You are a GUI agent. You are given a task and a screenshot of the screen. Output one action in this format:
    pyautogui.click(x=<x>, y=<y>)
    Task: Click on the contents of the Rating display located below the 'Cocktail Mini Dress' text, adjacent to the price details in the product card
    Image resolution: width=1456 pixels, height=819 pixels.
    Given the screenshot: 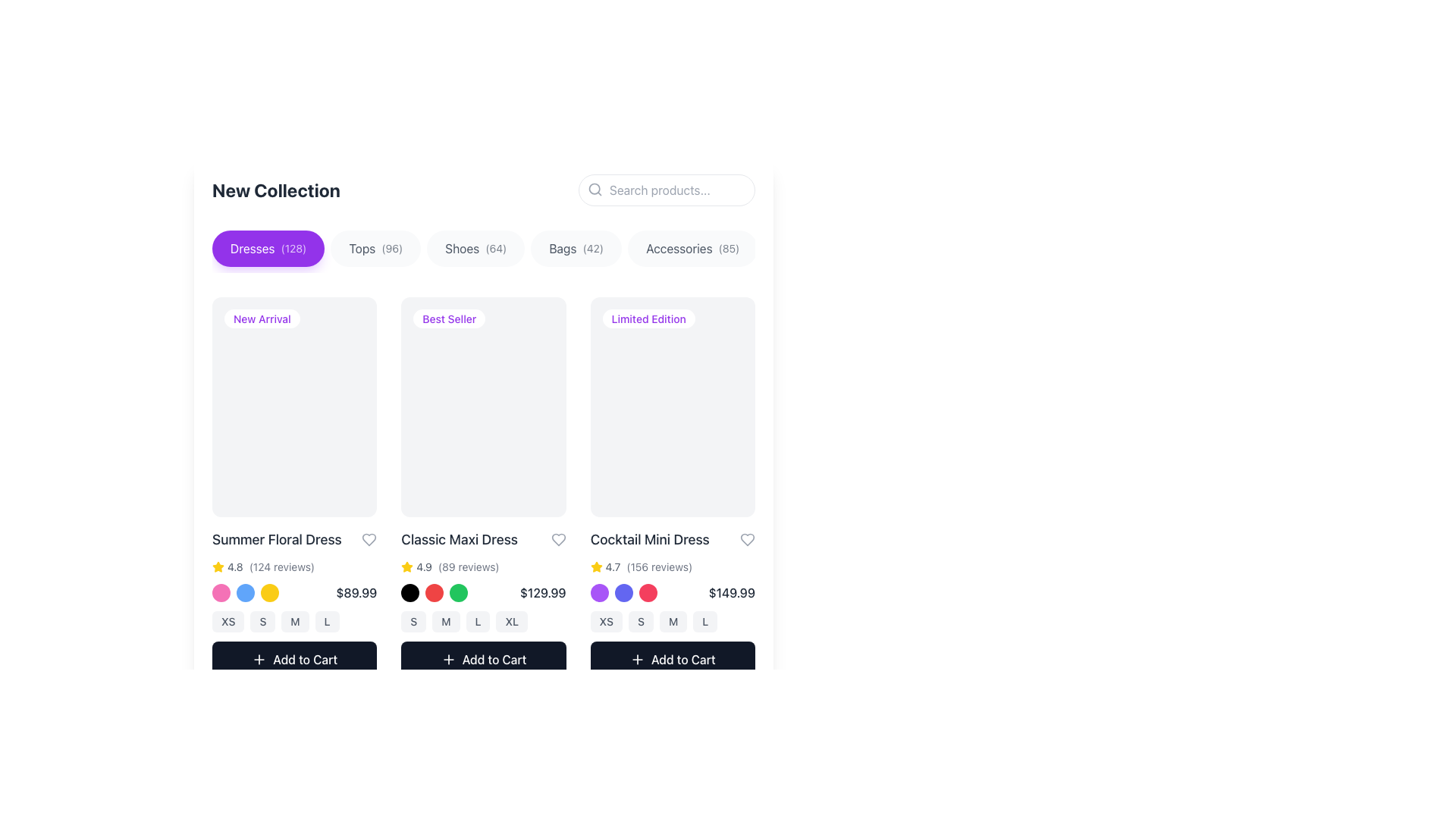 What is the action you would take?
    pyautogui.click(x=672, y=566)
    